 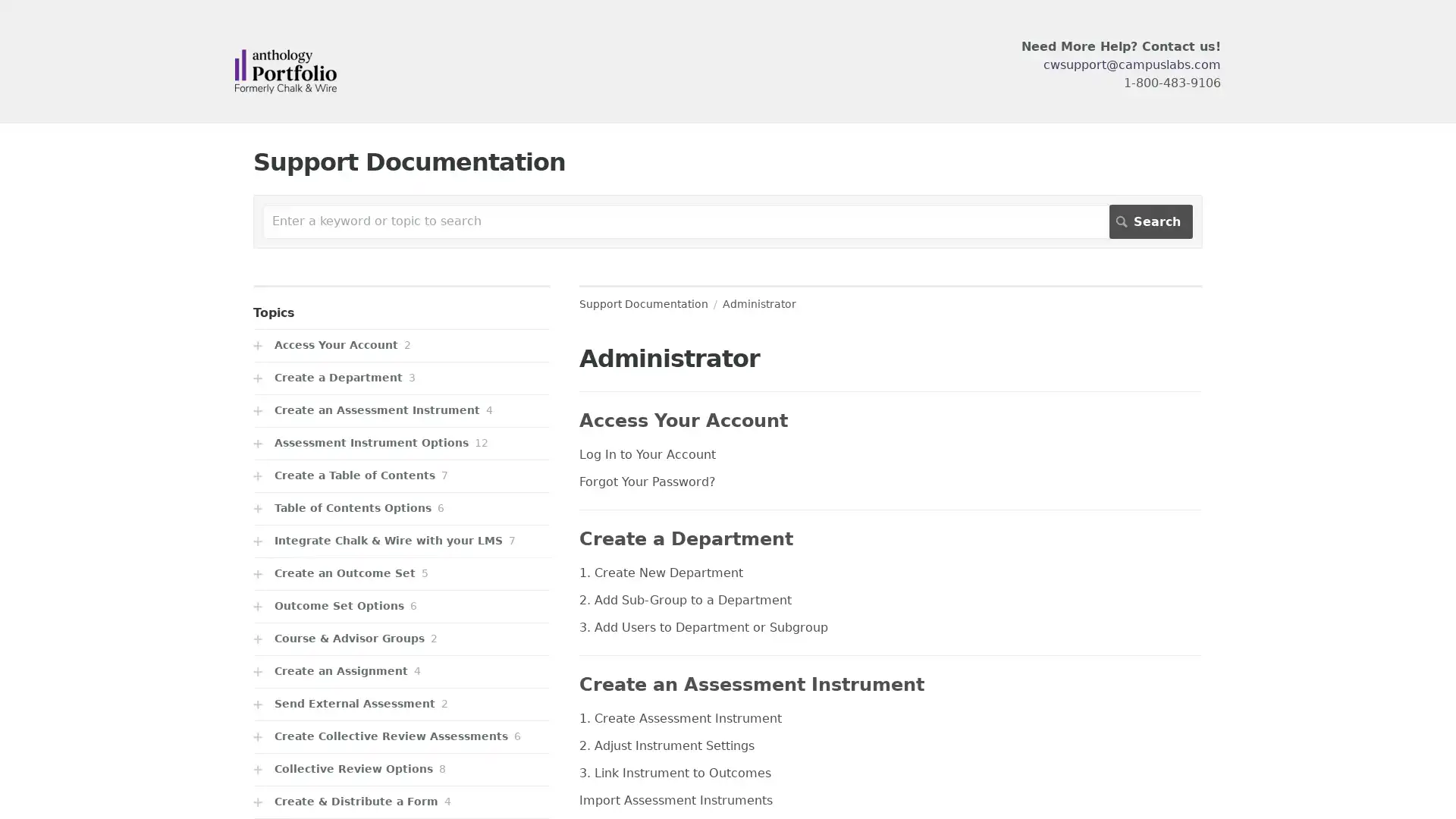 I want to click on Course & Advisor Groups 2, so click(x=401, y=639).